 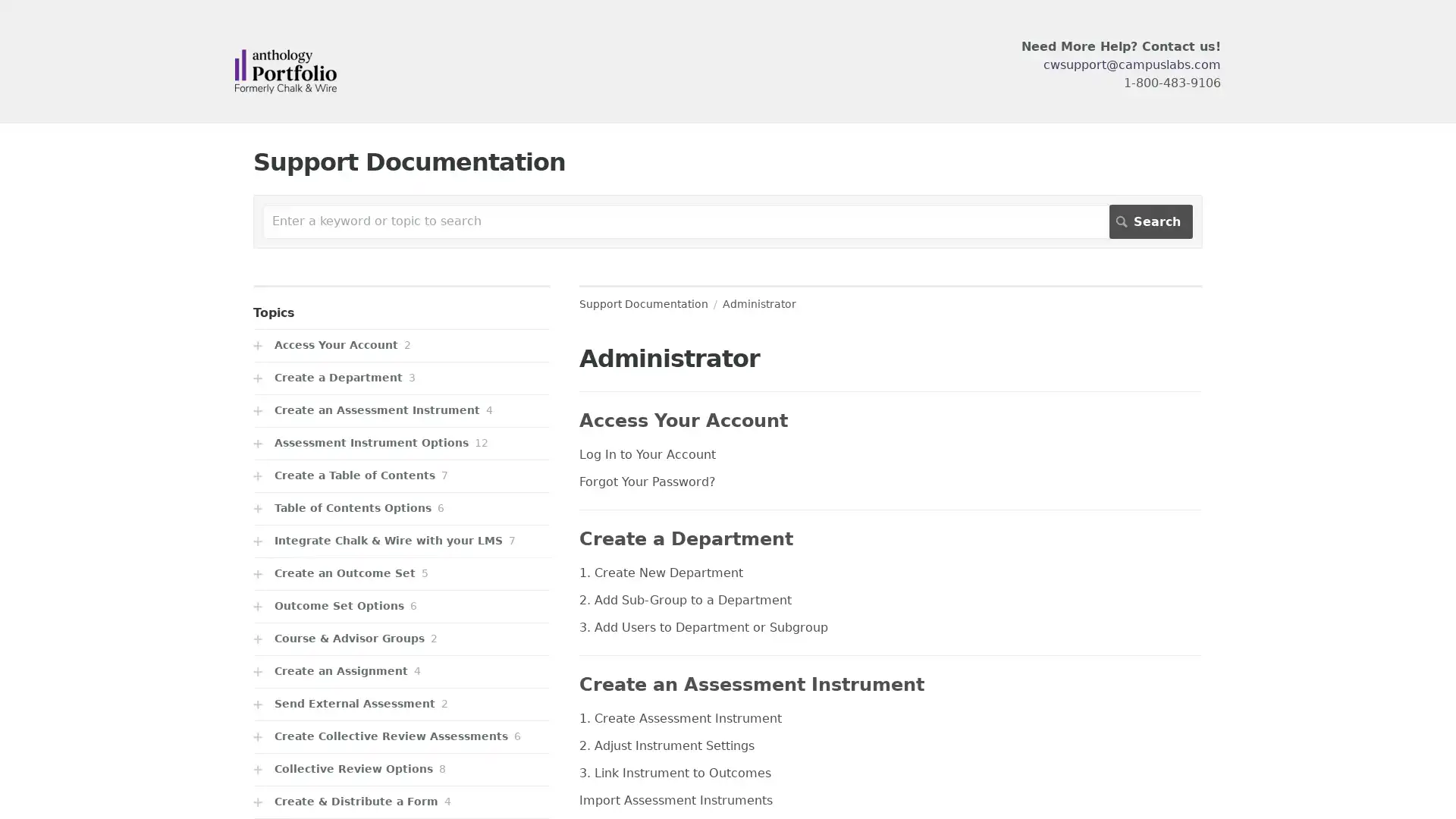 I want to click on Course & Advisor Groups 2, so click(x=401, y=639).